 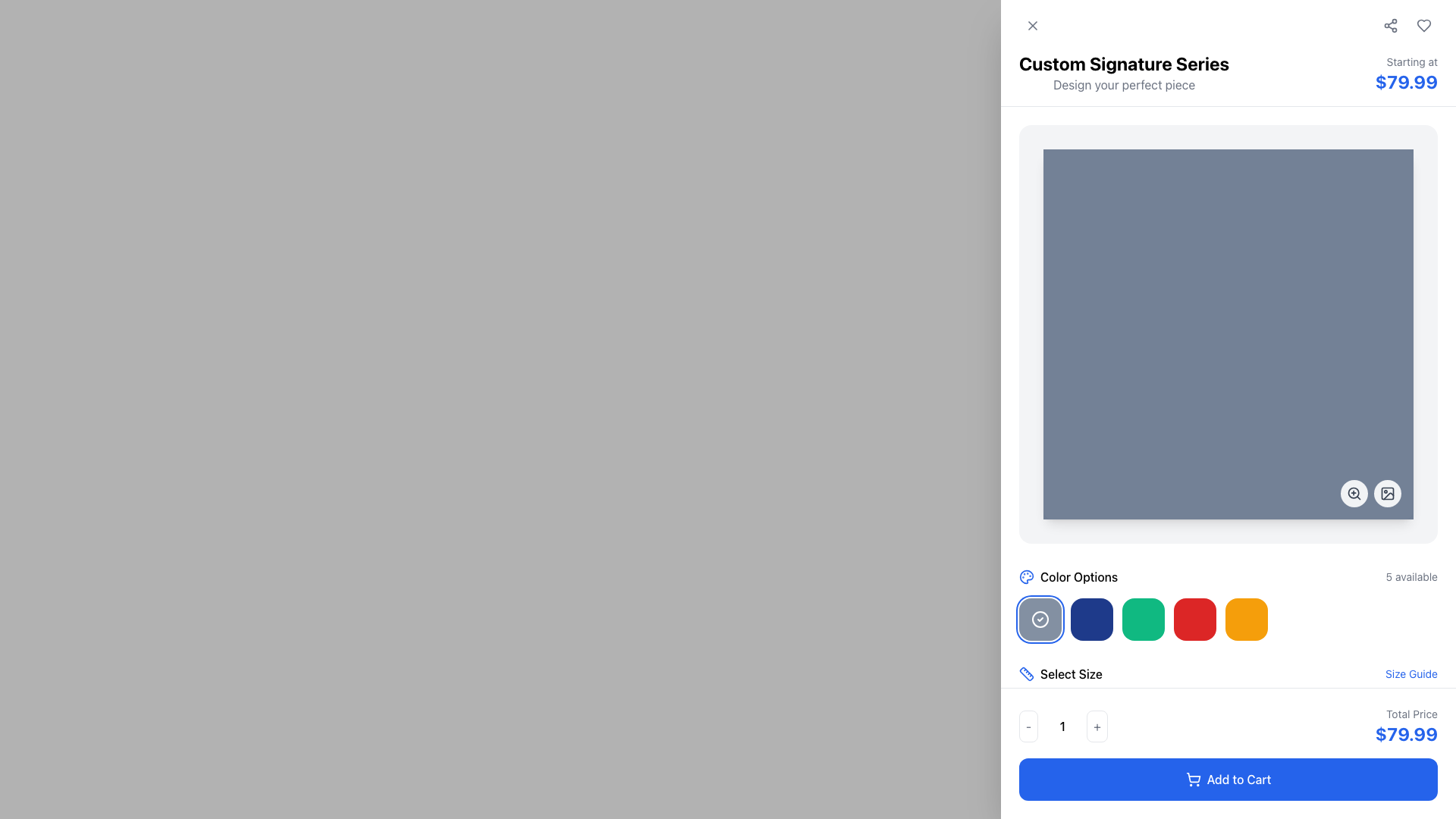 What do you see at coordinates (1423, 26) in the screenshot?
I see `the heart icon button located in the top-right corner of the interface, which is styled in gray and serves as a favorite action` at bounding box center [1423, 26].